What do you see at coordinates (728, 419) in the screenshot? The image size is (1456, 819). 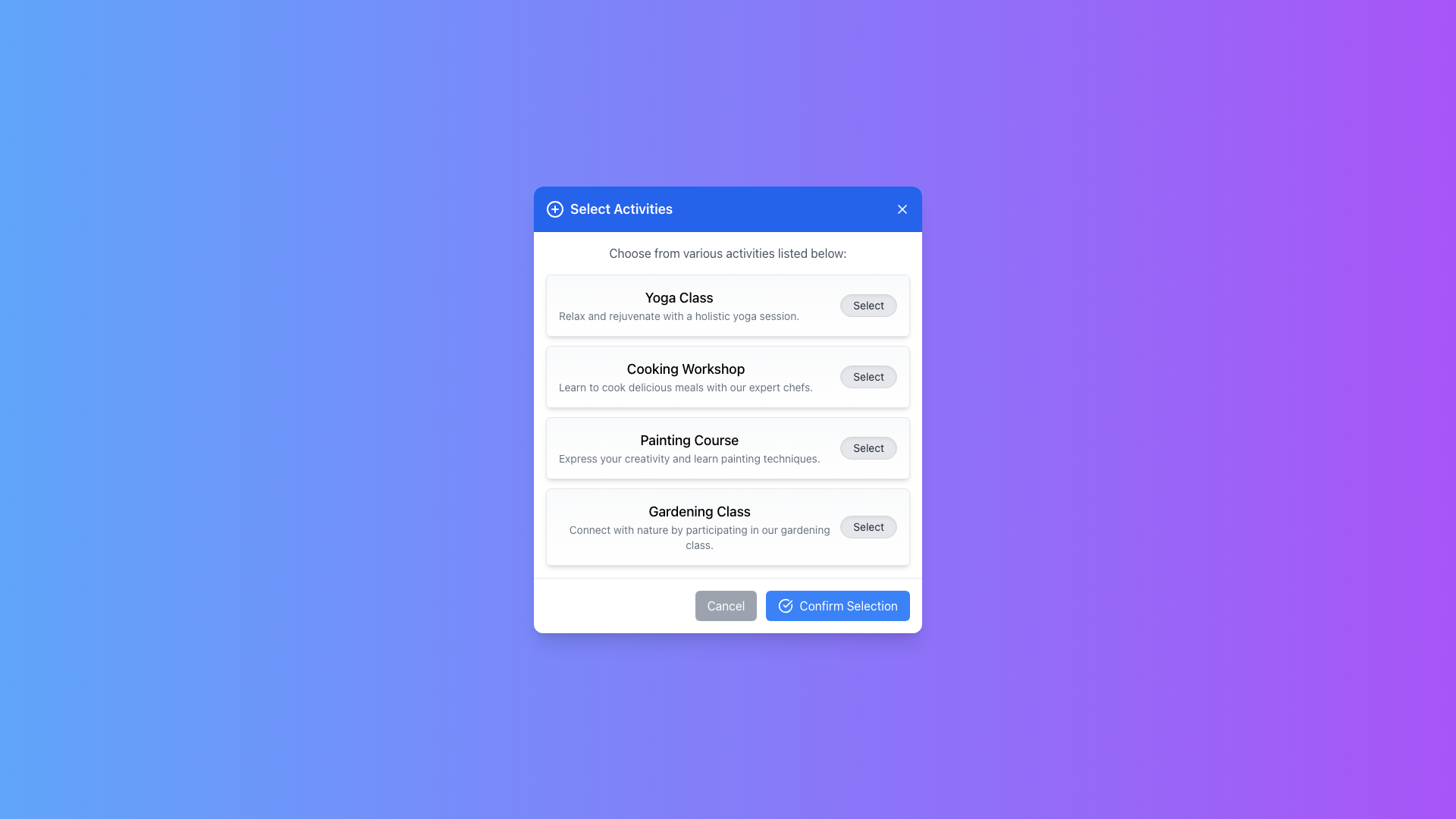 I see `the third activity card in the list of activity cards, which features a bold title, description, and a right-aligned button labeled 'Select'` at bounding box center [728, 419].